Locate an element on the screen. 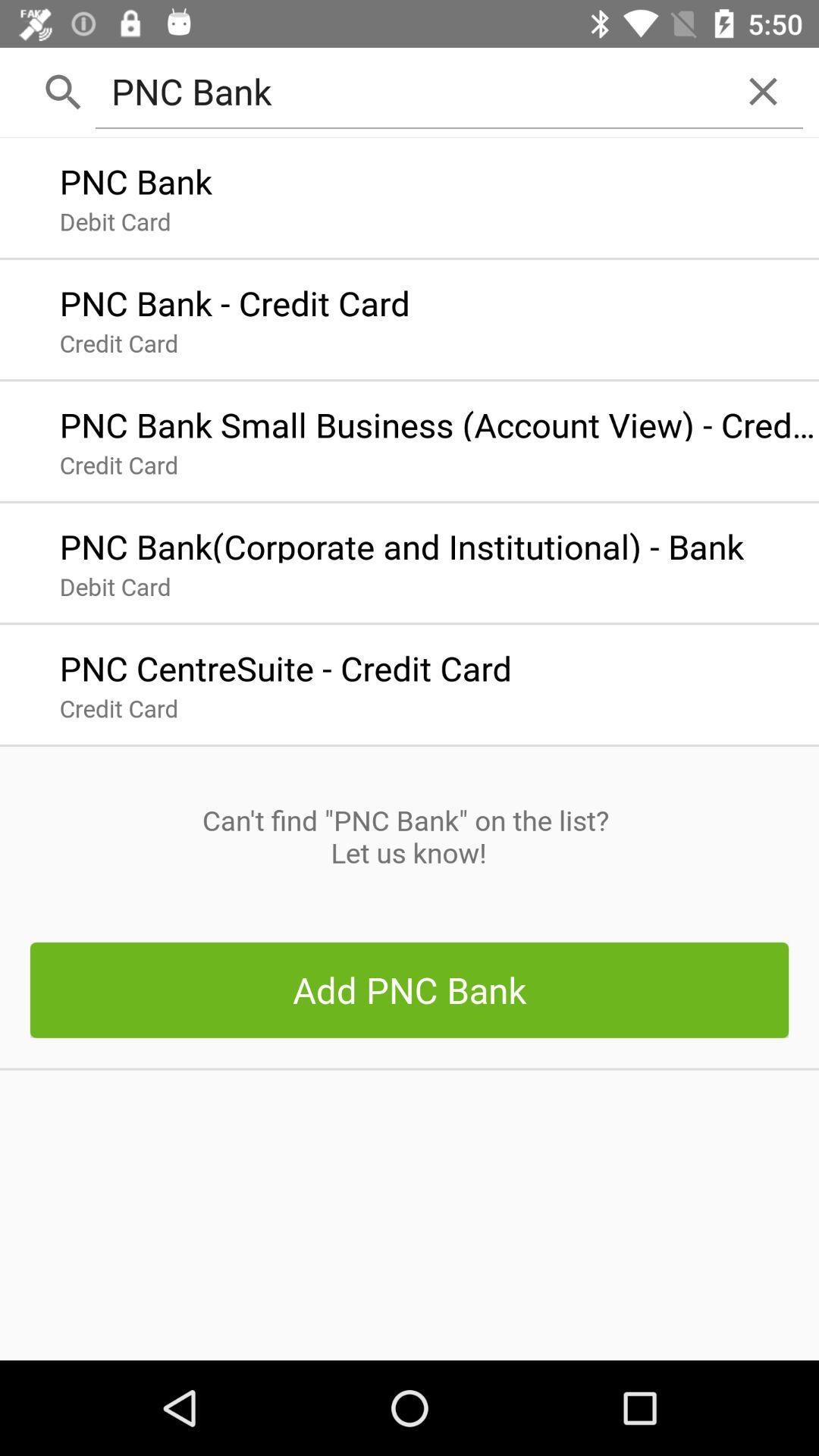  button above add pnc bank is located at coordinates (408, 836).